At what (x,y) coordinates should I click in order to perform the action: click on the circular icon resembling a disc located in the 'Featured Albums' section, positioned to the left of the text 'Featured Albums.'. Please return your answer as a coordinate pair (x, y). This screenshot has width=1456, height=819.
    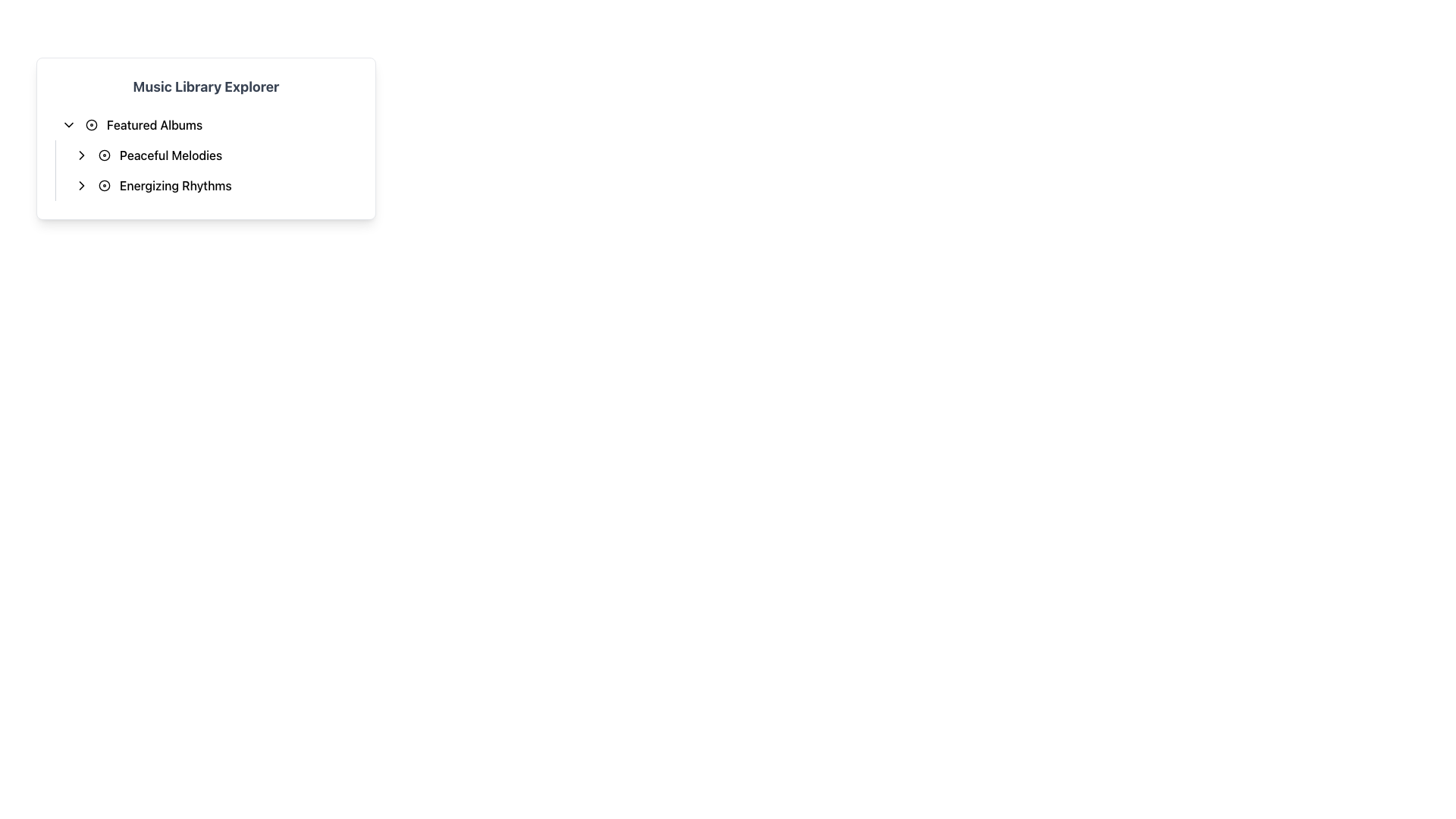
    Looking at the image, I should click on (90, 124).